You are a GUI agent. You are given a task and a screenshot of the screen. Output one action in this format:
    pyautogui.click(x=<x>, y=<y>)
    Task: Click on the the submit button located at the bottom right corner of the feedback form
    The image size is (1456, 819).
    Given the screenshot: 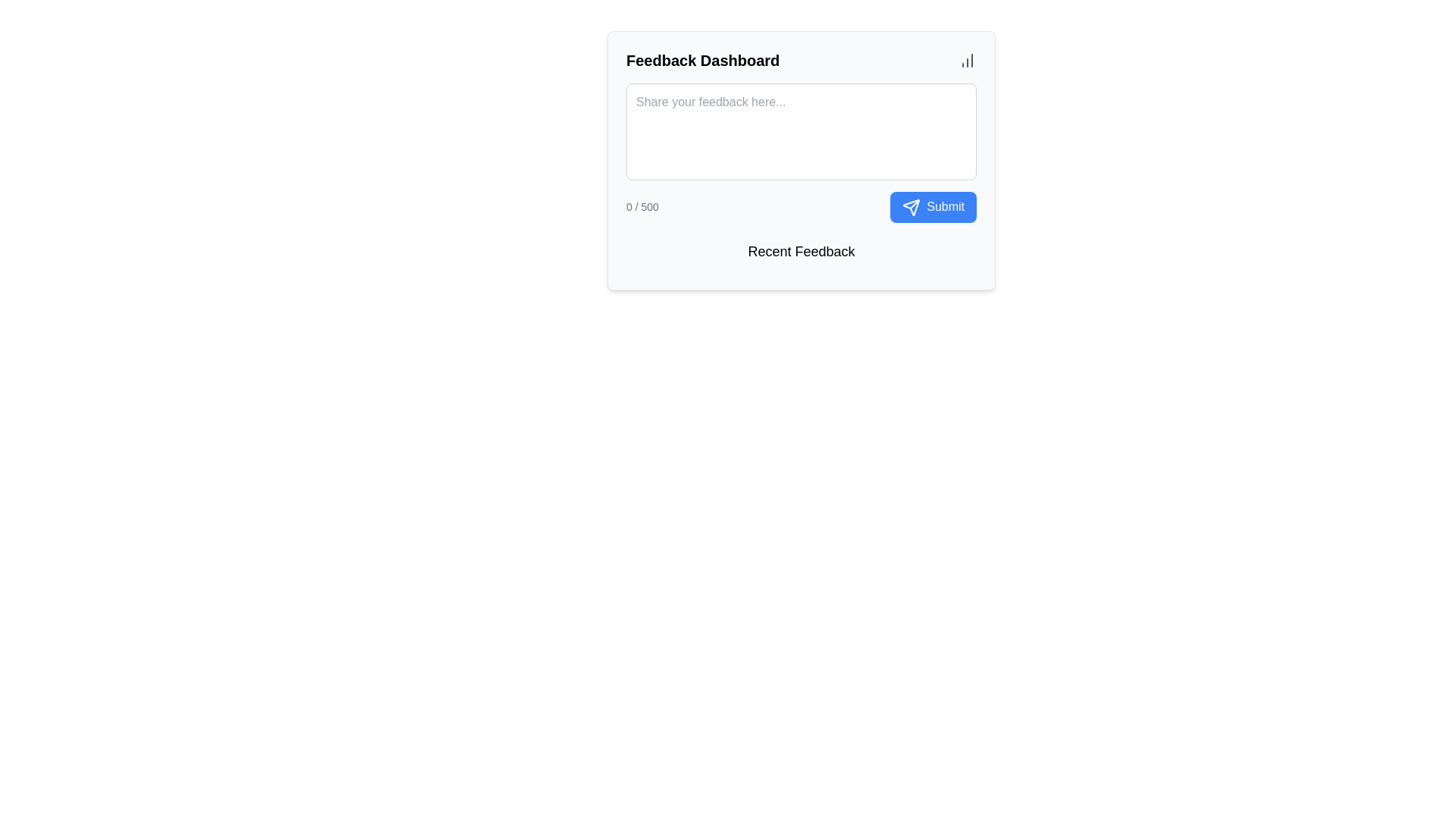 What is the action you would take?
    pyautogui.click(x=933, y=207)
    